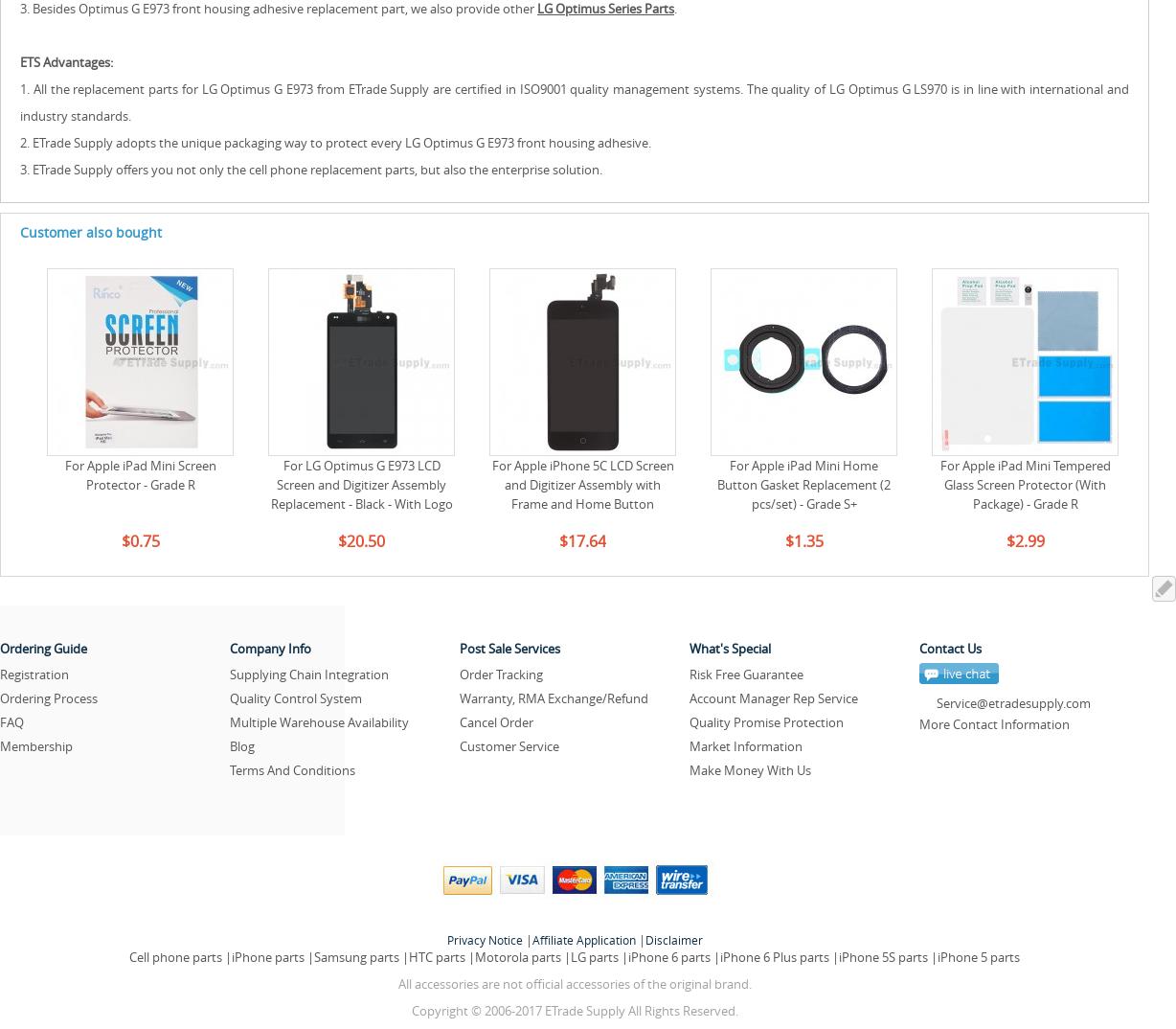 This screenshot has height=1029, width=1176. Describe the element at coordinates (356, 956) in the screenshot. I see `'Samsung parts'` at that location.